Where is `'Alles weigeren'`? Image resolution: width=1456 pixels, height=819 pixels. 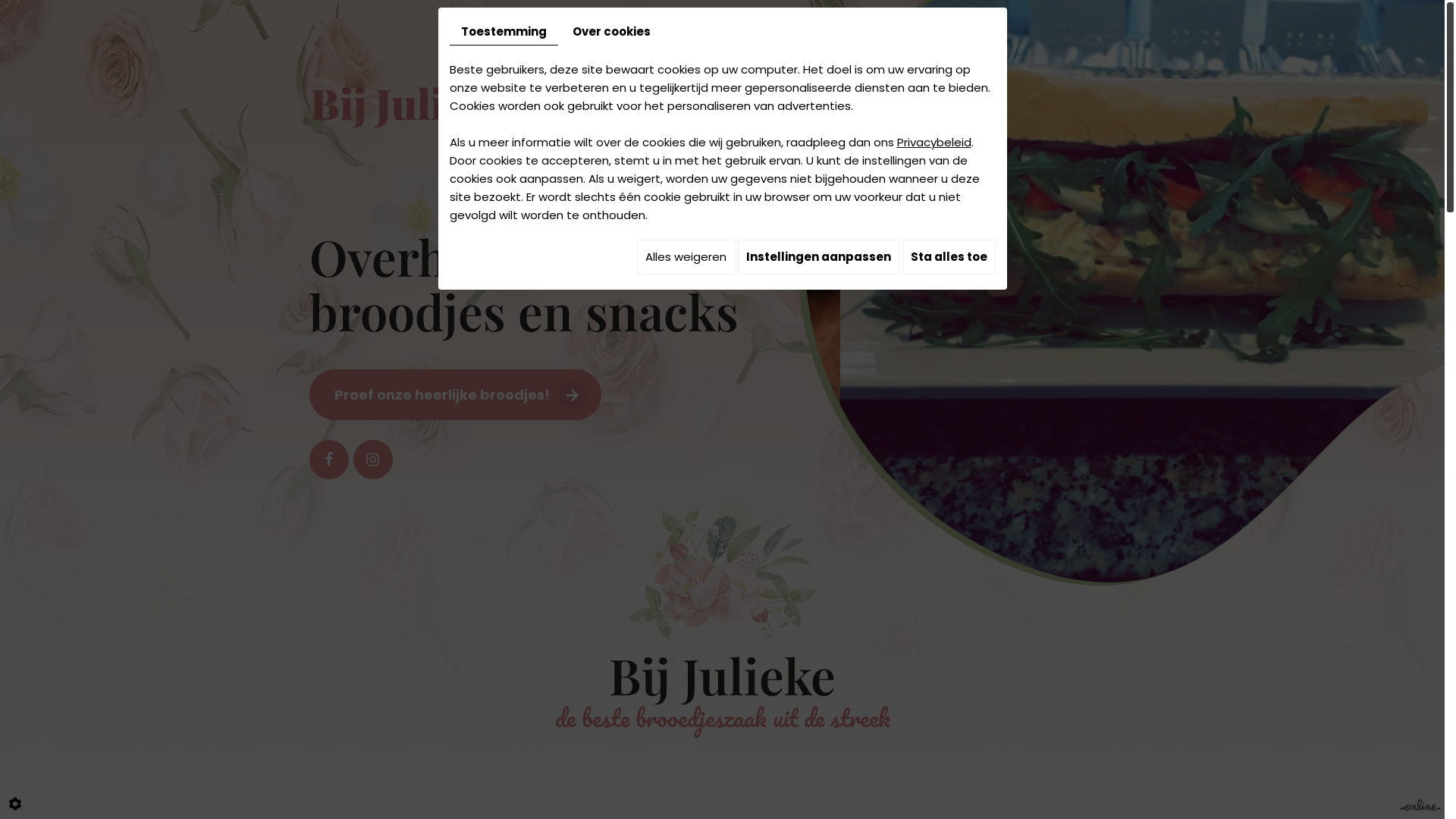
'Alles weigeren' is located at coordinates (685, 256).